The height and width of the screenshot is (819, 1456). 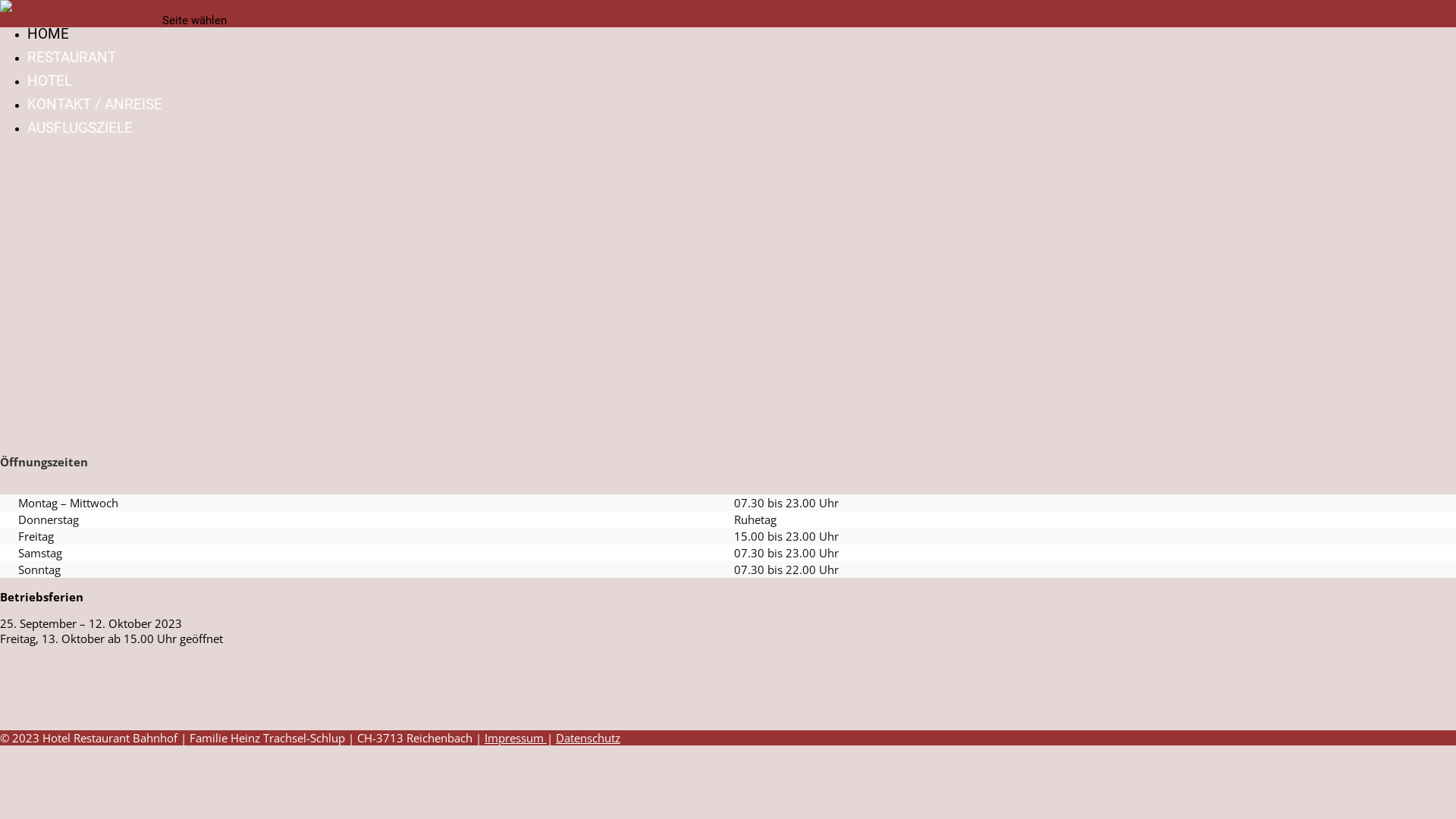 What do you see at coordinates (27, 80) in the screenshot?
I see `'HOTEL'` at bounding box center [27, 80].